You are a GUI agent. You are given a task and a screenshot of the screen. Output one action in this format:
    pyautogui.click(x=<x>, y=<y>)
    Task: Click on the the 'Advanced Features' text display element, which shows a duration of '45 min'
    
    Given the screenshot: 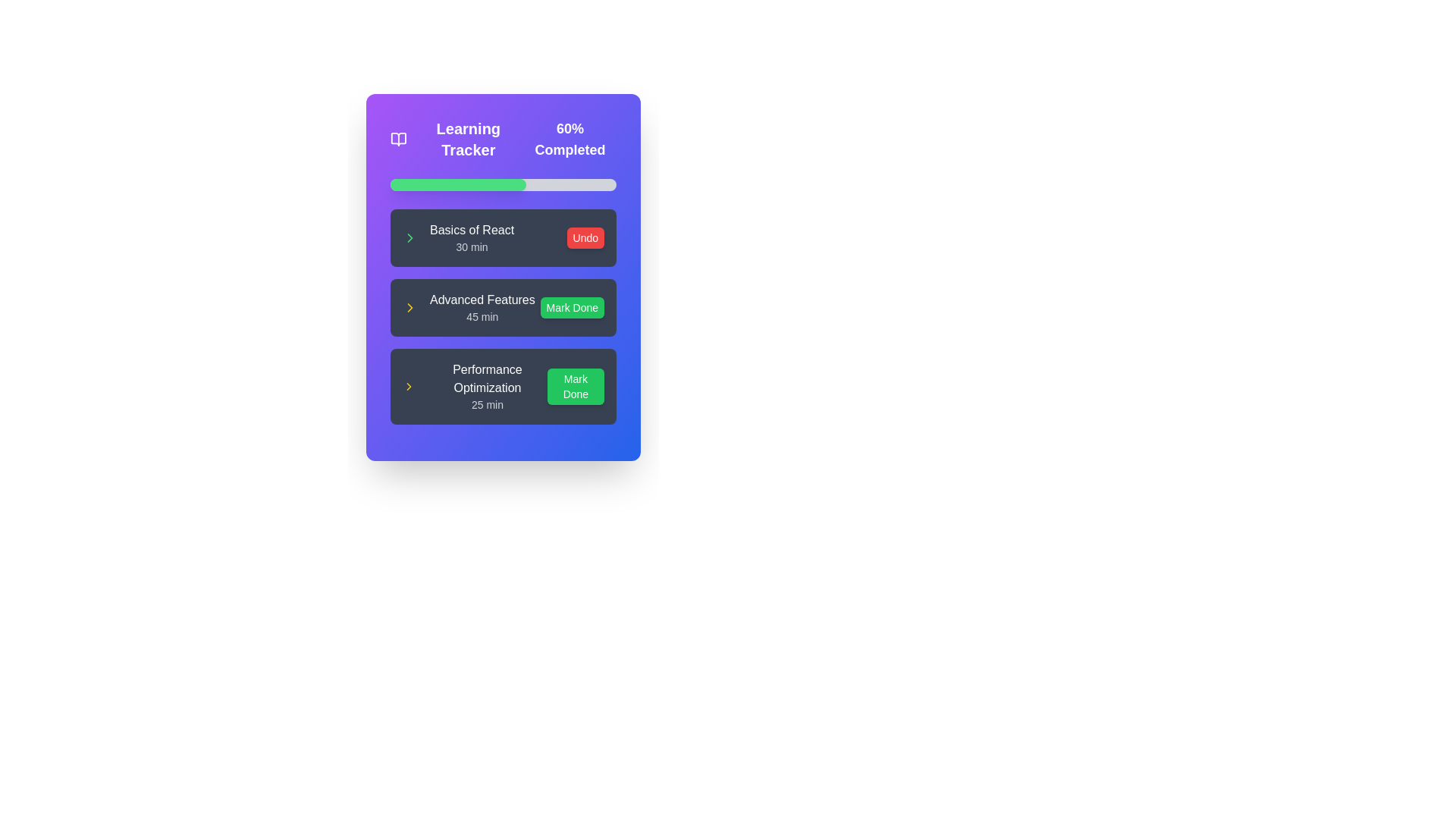 What is the action you would take?
    pyautogui.click(x=482, y=307)
    